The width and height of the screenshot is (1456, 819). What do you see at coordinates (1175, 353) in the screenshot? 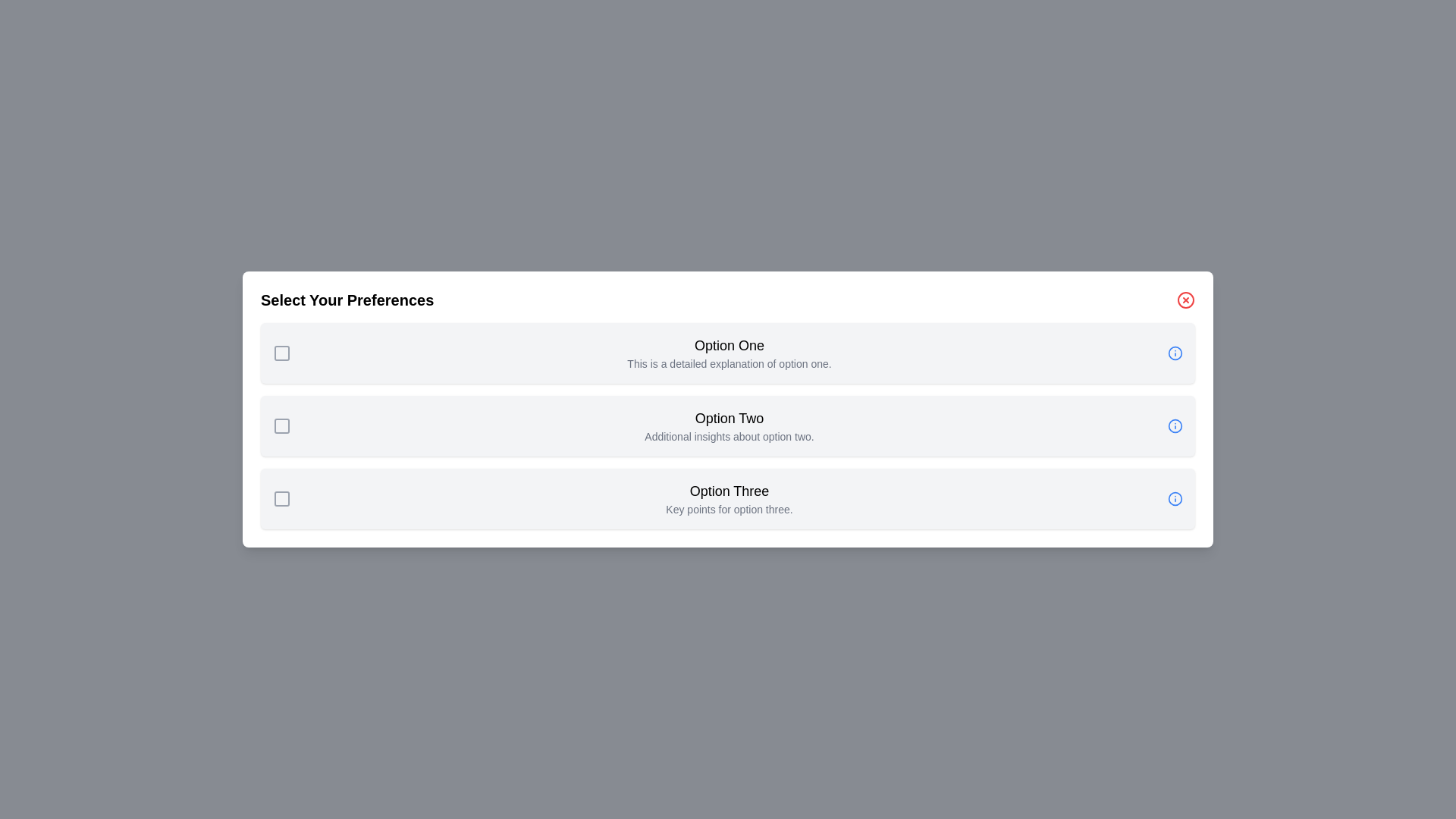
I see `the blue circular icon with a white background and 'i' symbol in the 'Option One' section` at bounding box center [1175, 353].